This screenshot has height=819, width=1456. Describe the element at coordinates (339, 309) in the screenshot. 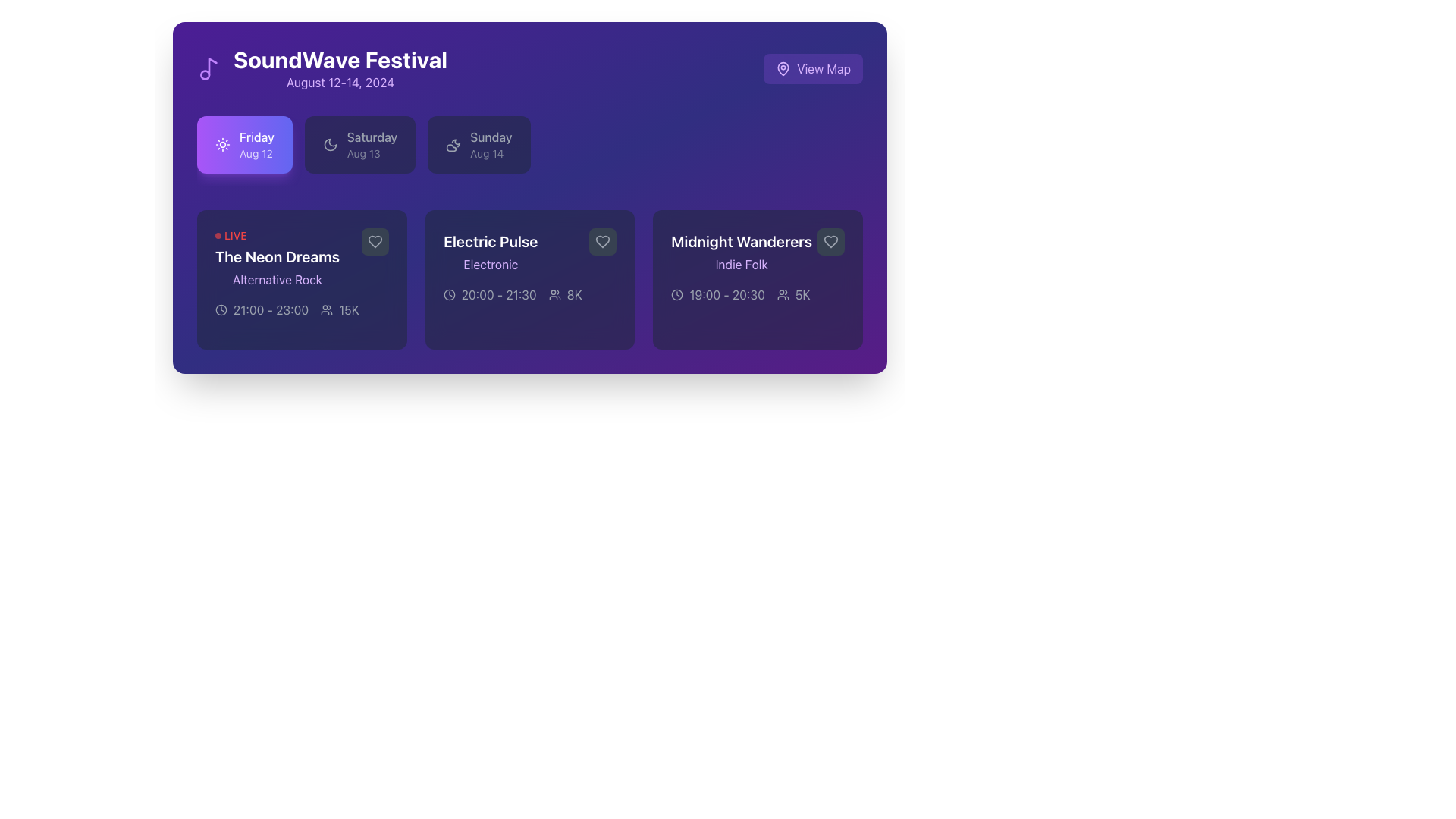

I see `the non-interactive label displaying '15K' with a user icon, located in the third column of the event card below the title 'The Neon Dreams'` at that location.